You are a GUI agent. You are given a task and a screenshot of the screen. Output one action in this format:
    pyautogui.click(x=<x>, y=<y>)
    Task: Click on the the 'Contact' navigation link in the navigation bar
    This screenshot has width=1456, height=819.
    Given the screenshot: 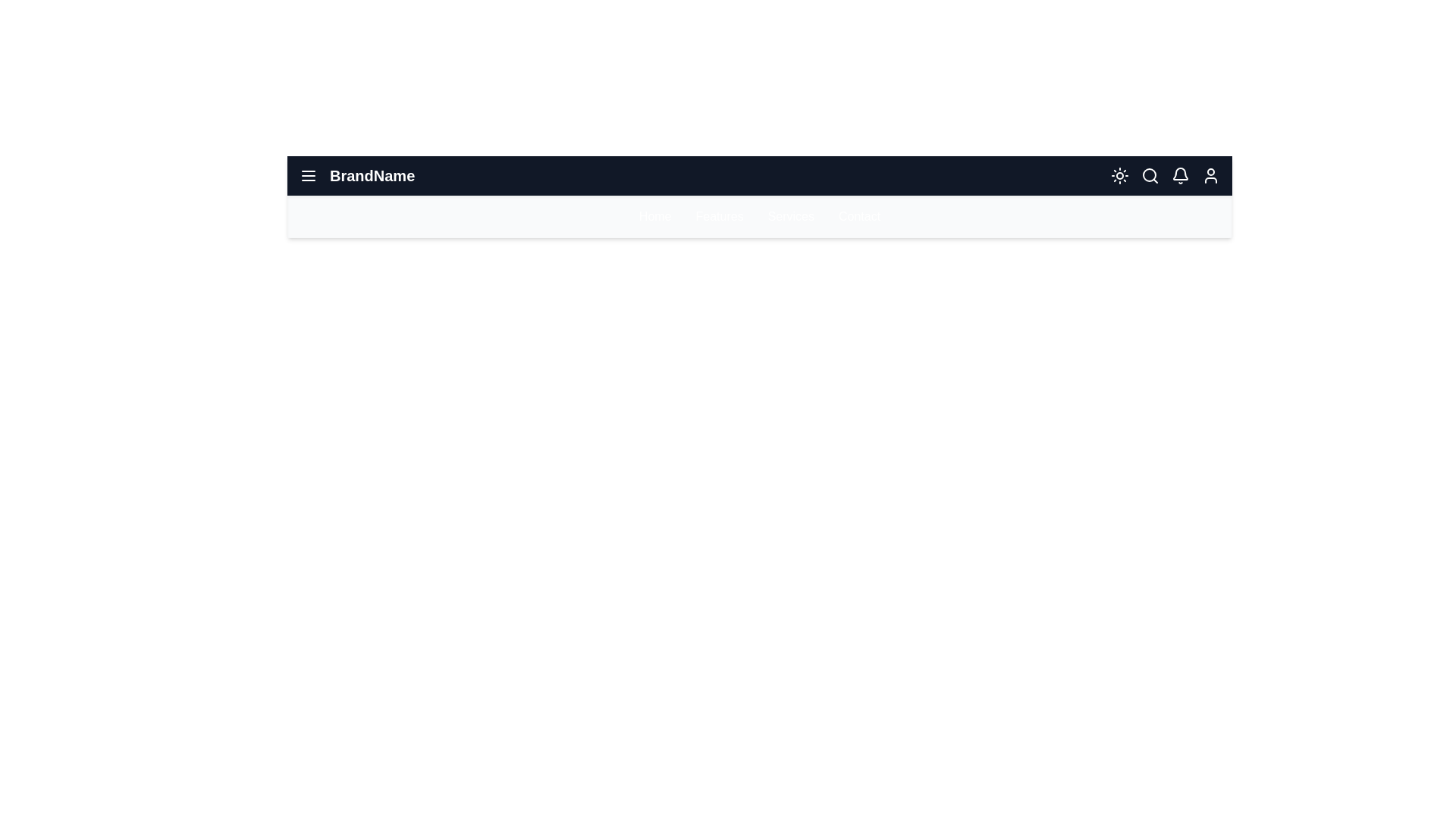 What is the action you would take?
    pyautogui.click(x=858, y=216)
    